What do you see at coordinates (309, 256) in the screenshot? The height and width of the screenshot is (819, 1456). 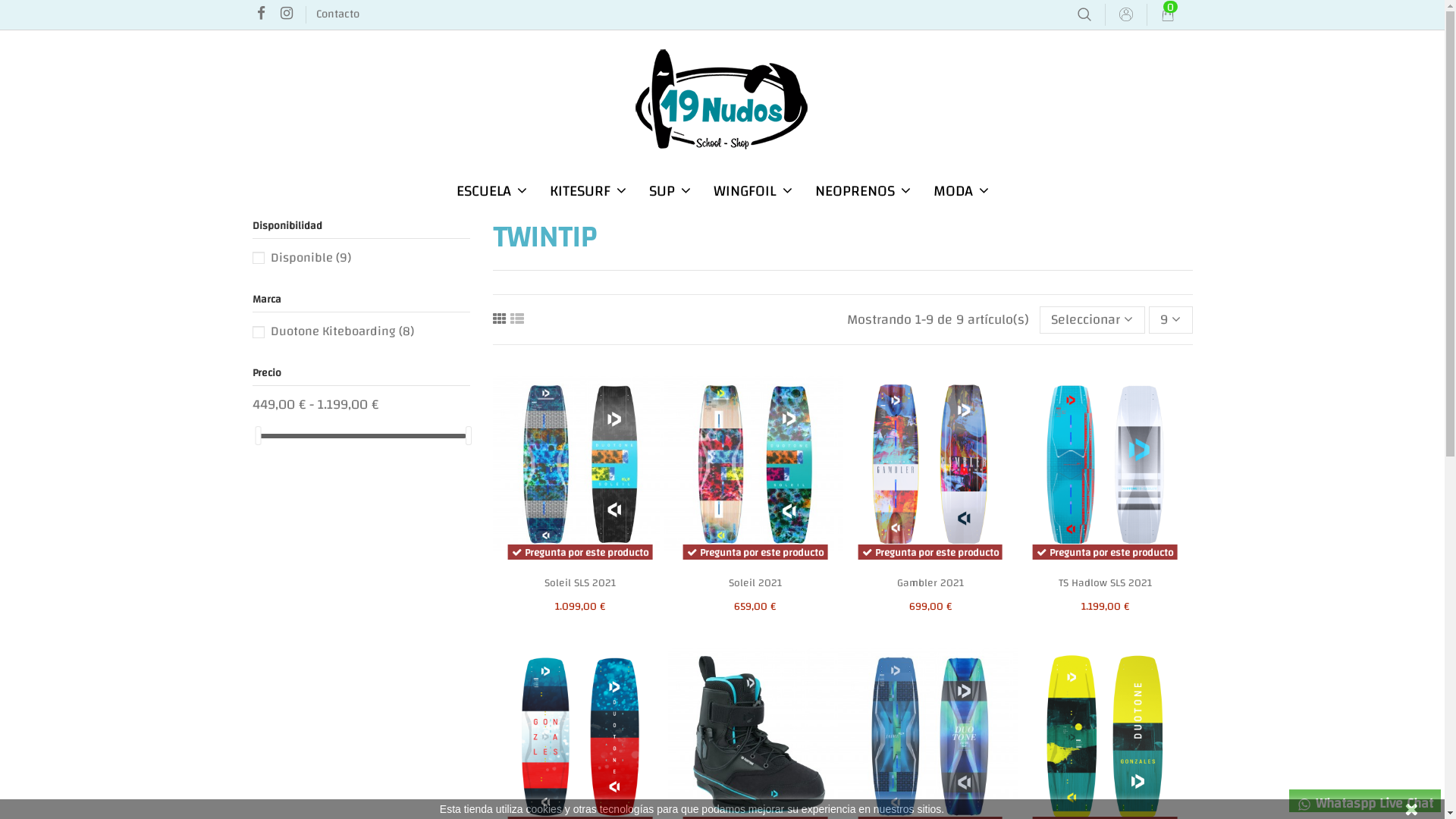 I see `'Disponible (9)'` at bounding box center [309, 256].